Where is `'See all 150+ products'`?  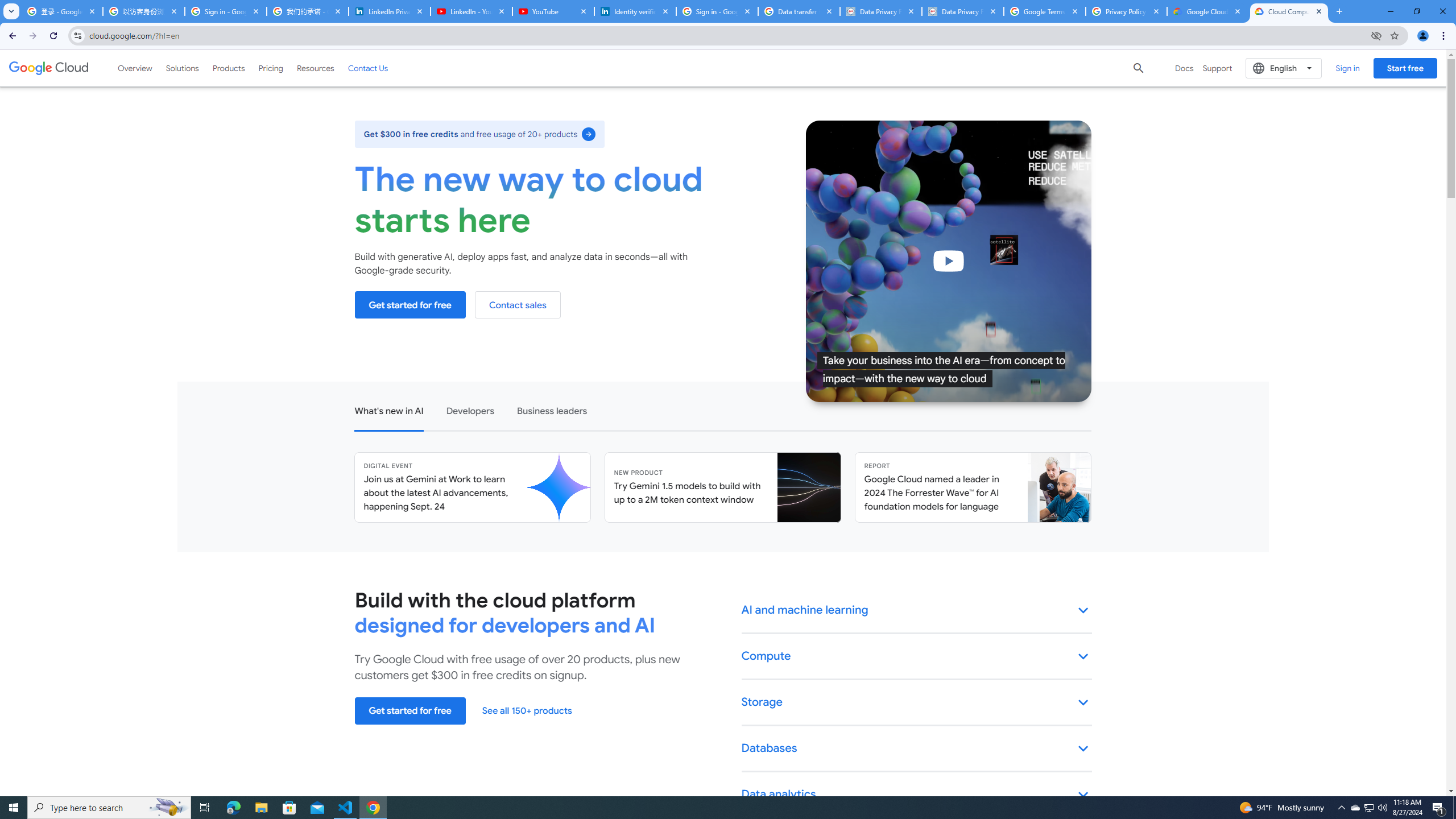 'See all 150+ products' is located at coordinates (526, 710).